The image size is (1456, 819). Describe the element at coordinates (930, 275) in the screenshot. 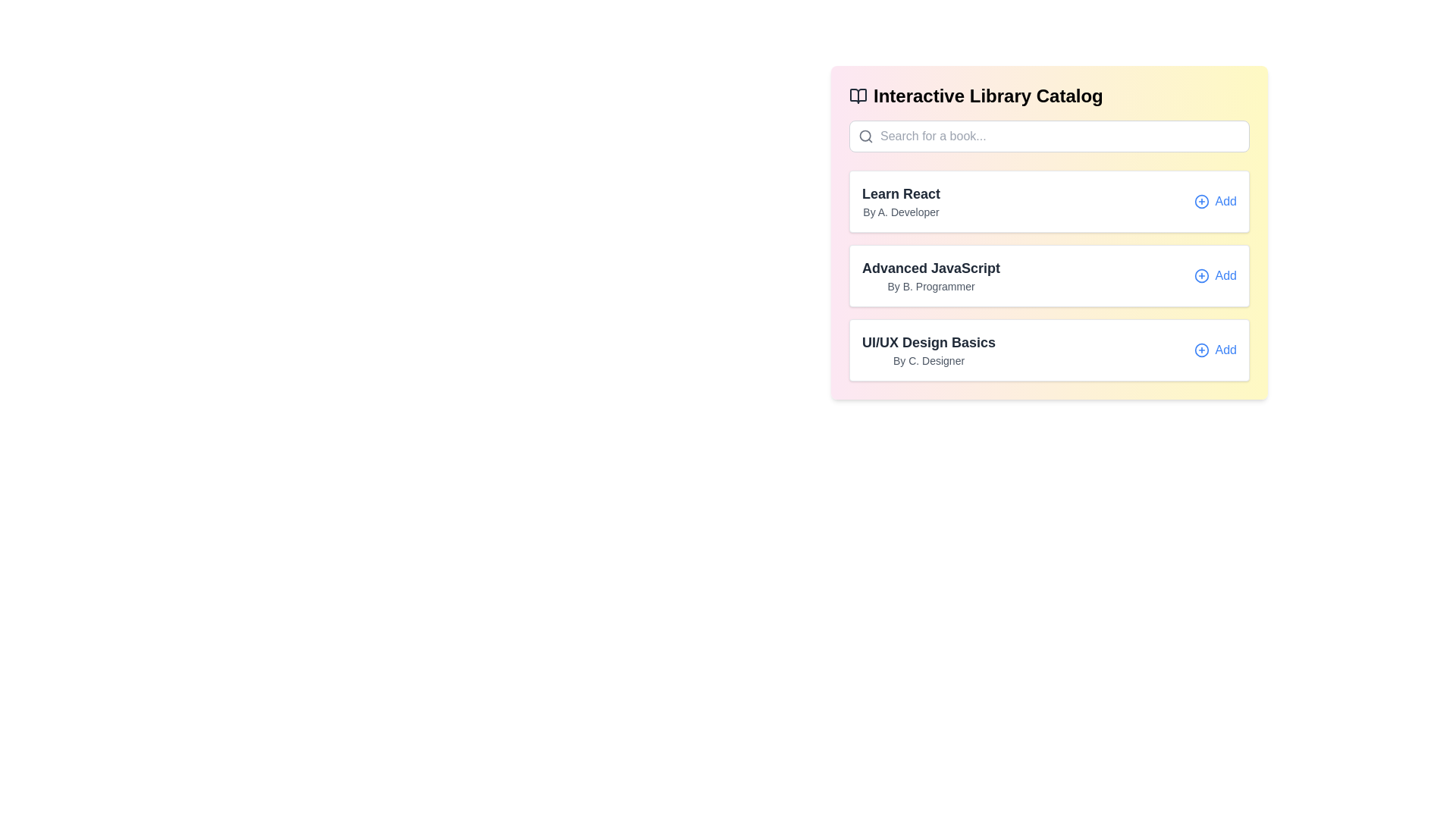

I see `the text content displaying information about the book 'Advanced JavaScript' by 'B. Programmer', located in the library catalog interface, which is the second item in a vertical list of book suggestions` at that location.